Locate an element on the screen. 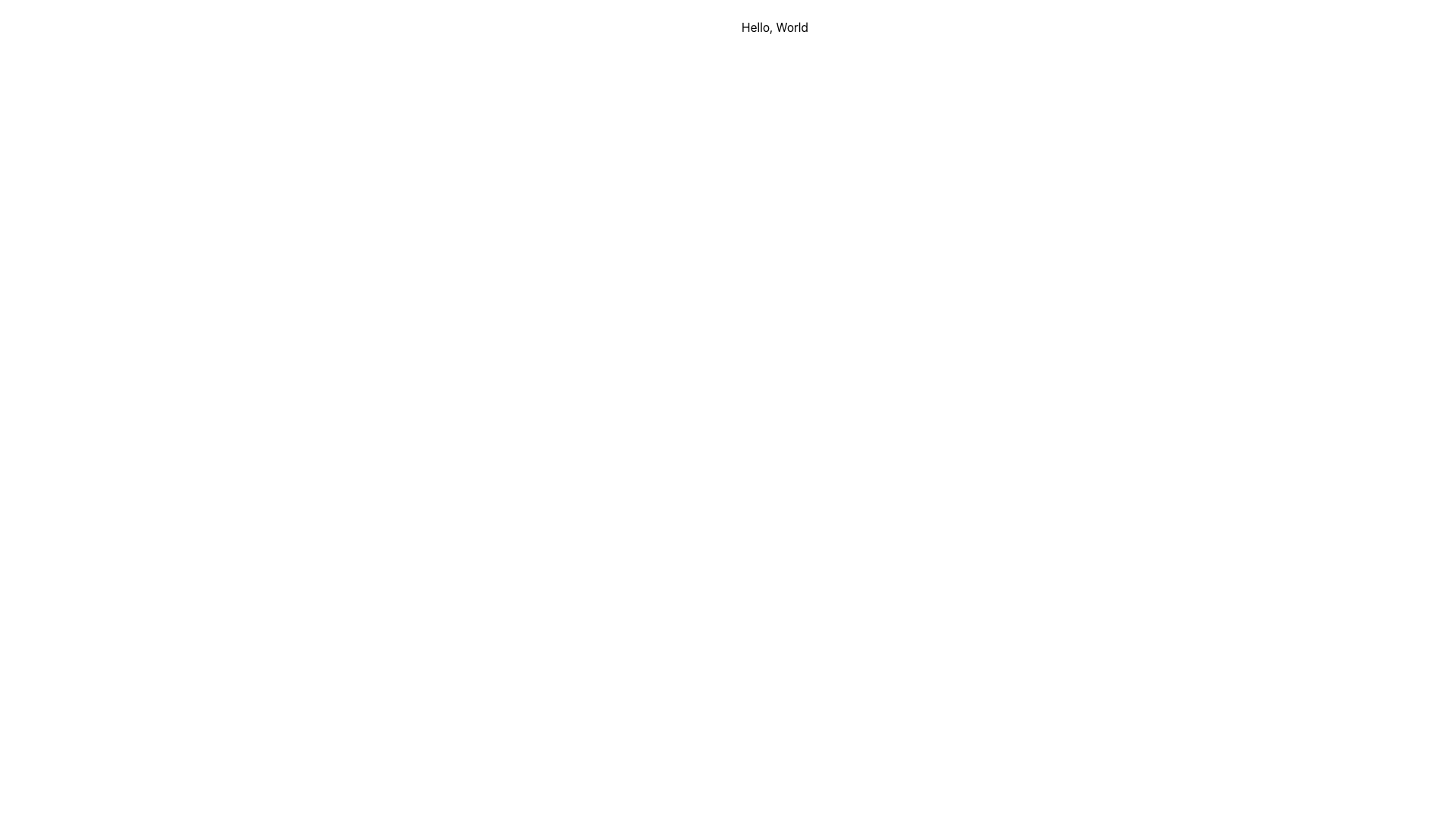  the text label that reads 'Hello, World', styled in black font, located at the top of the white canvas area is located at coordinates (775, 27).